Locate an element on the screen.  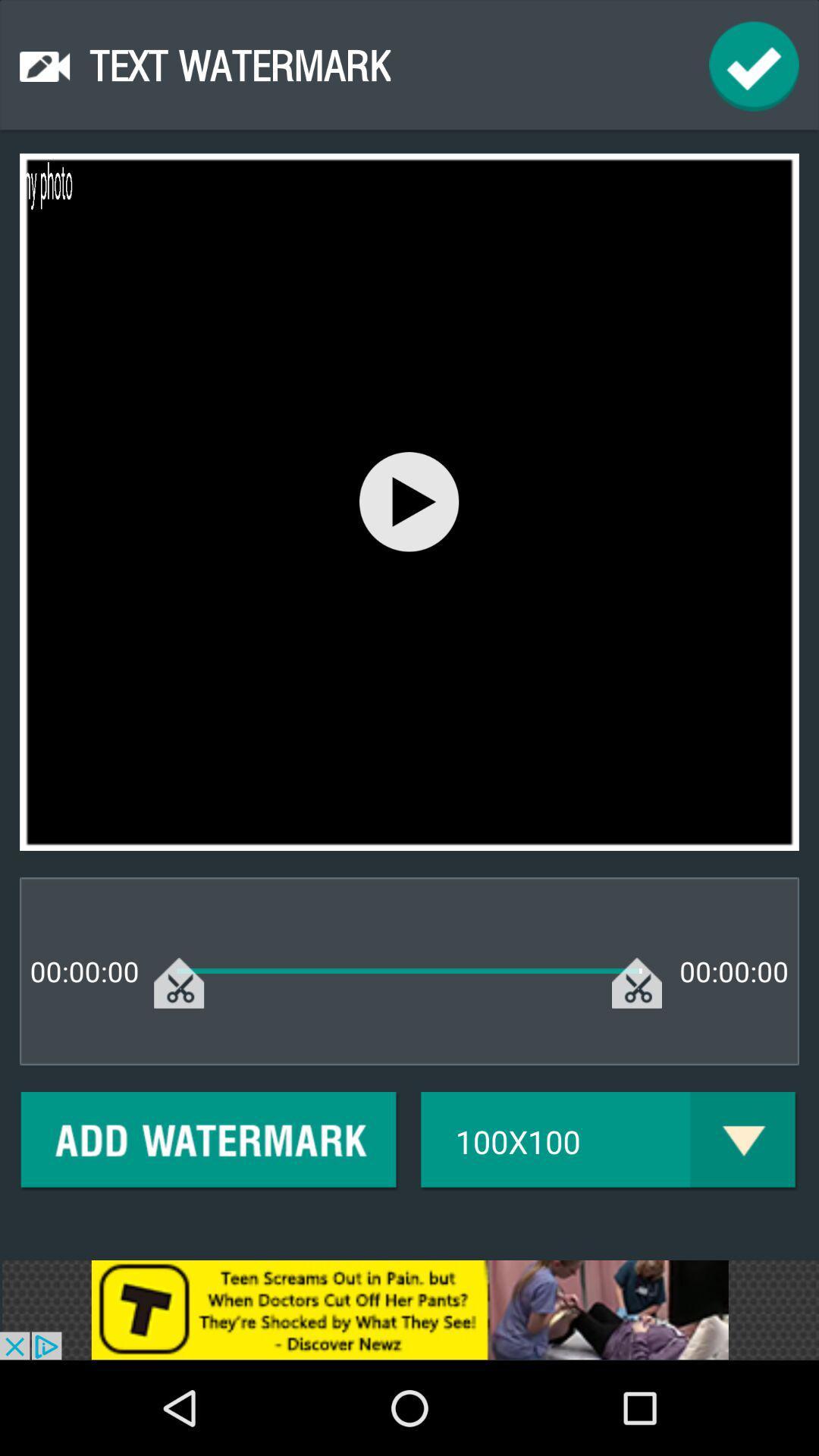
watermark is located at coordinates (209, 1141).